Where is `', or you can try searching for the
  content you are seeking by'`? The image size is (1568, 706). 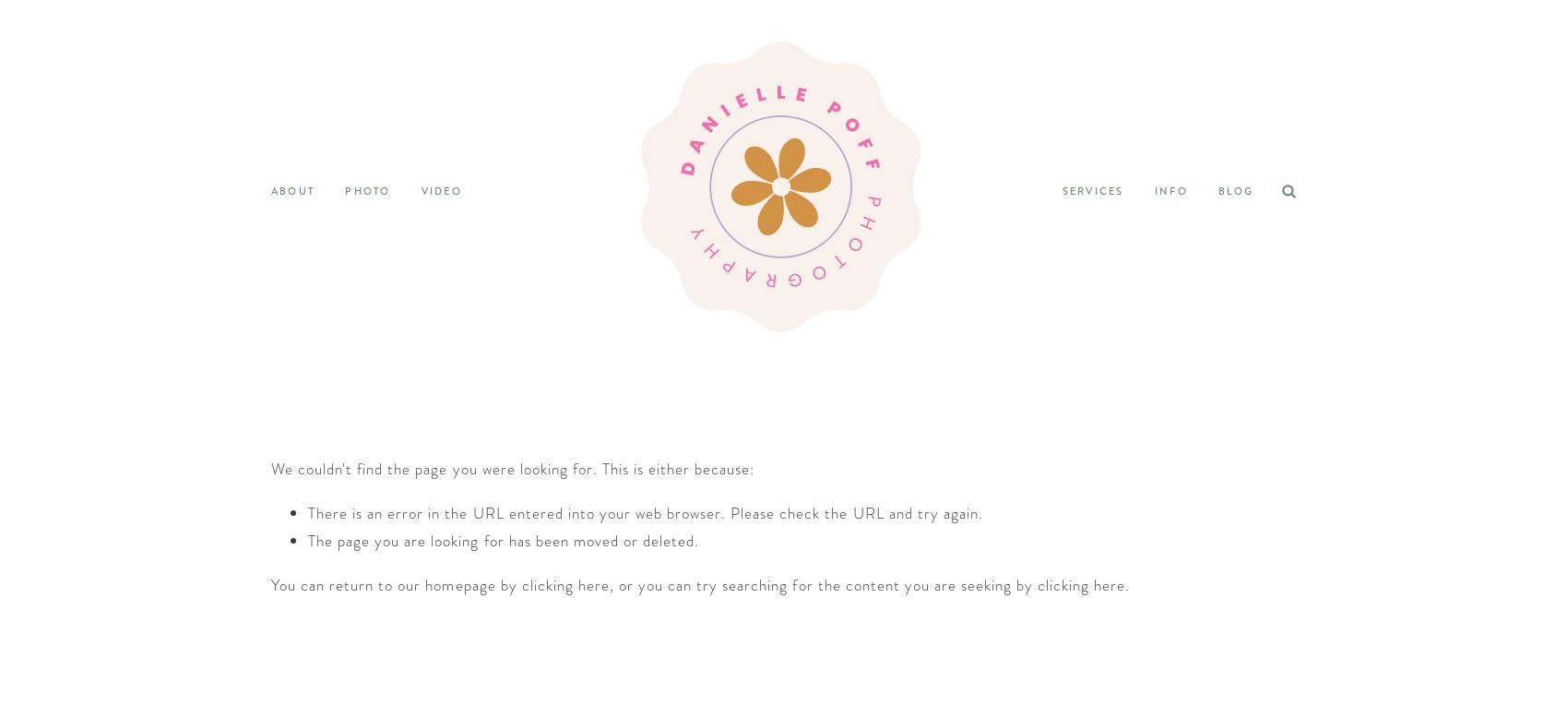 ', or you can try searching for the
  content you are seeking by' is located at coordinates (823, 583).